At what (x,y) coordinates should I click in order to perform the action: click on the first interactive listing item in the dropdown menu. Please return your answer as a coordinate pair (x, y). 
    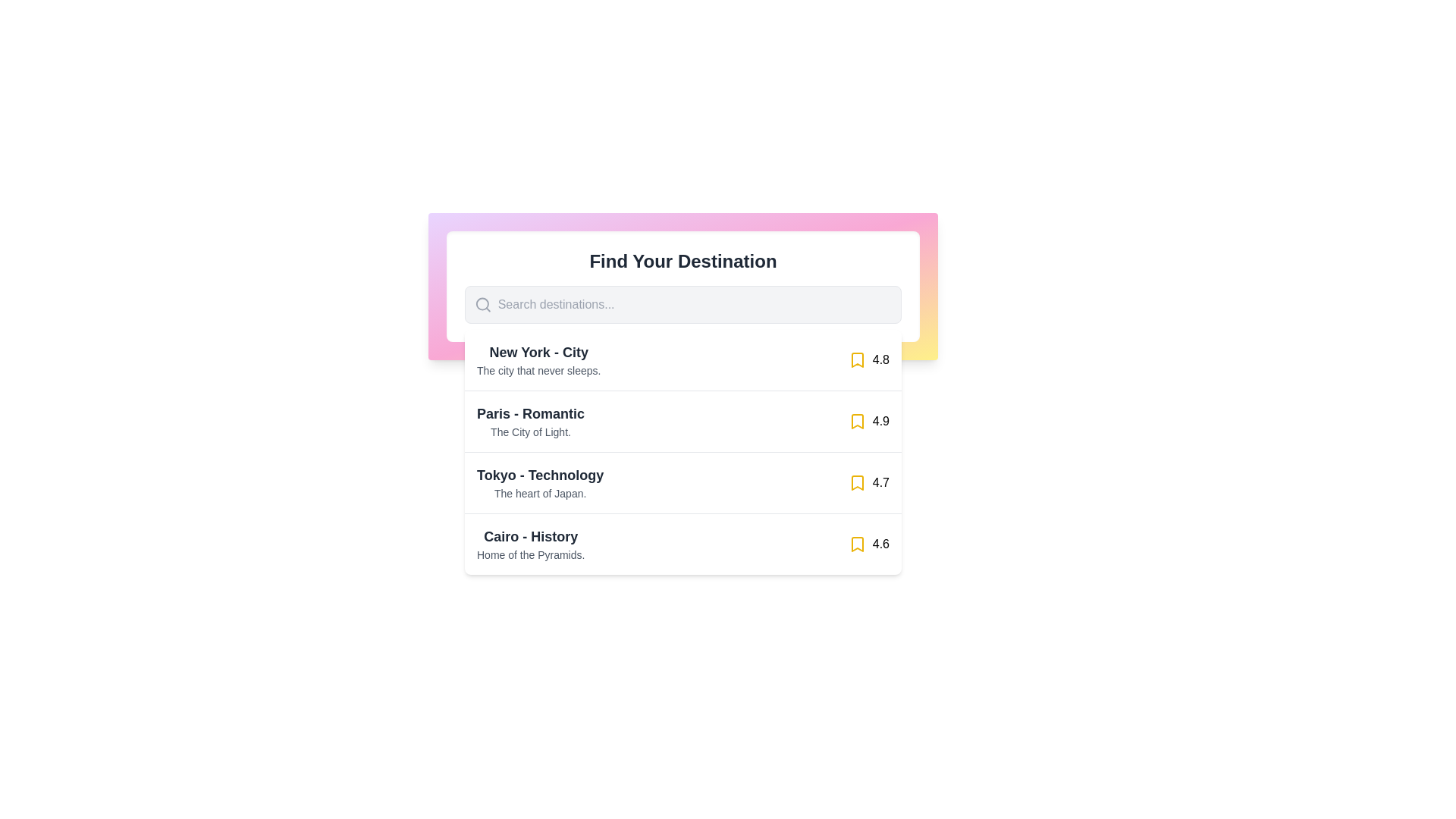
    Looking at the image, I should click on (682, 359).